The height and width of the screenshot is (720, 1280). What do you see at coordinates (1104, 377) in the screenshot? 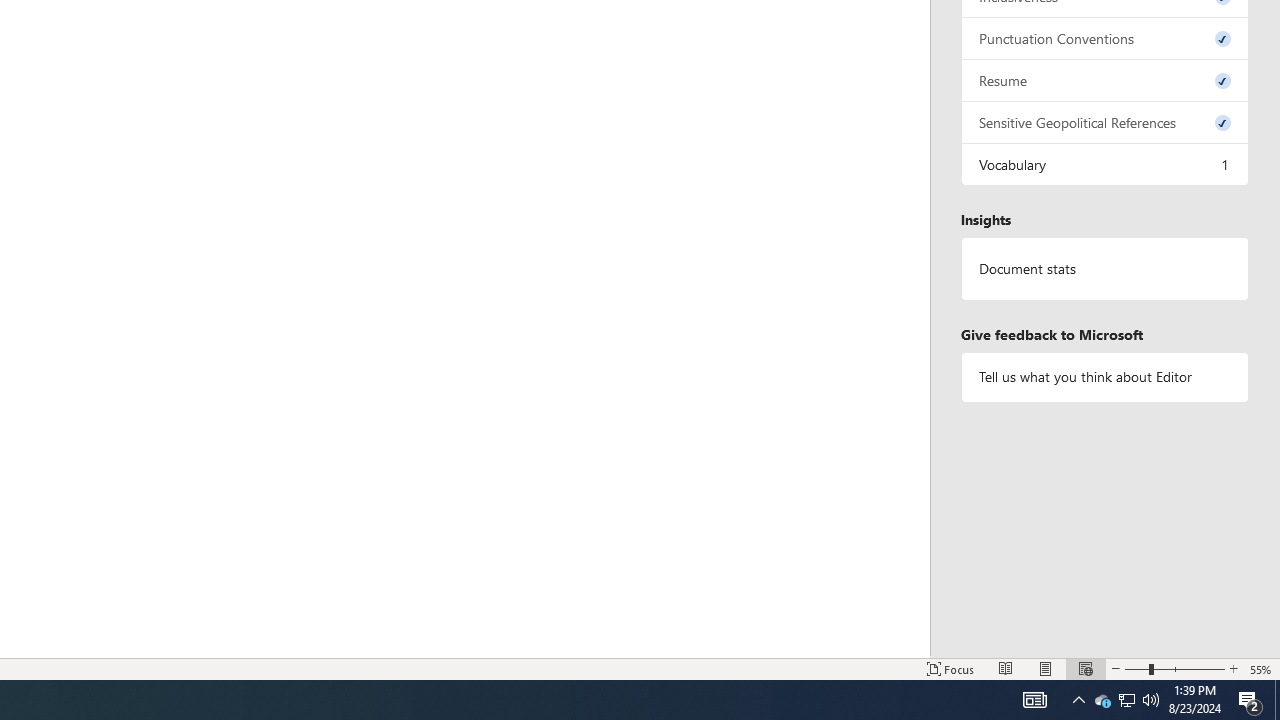
I see `'Tell us what you think about Editor'` at bounding box center [1104, 377].